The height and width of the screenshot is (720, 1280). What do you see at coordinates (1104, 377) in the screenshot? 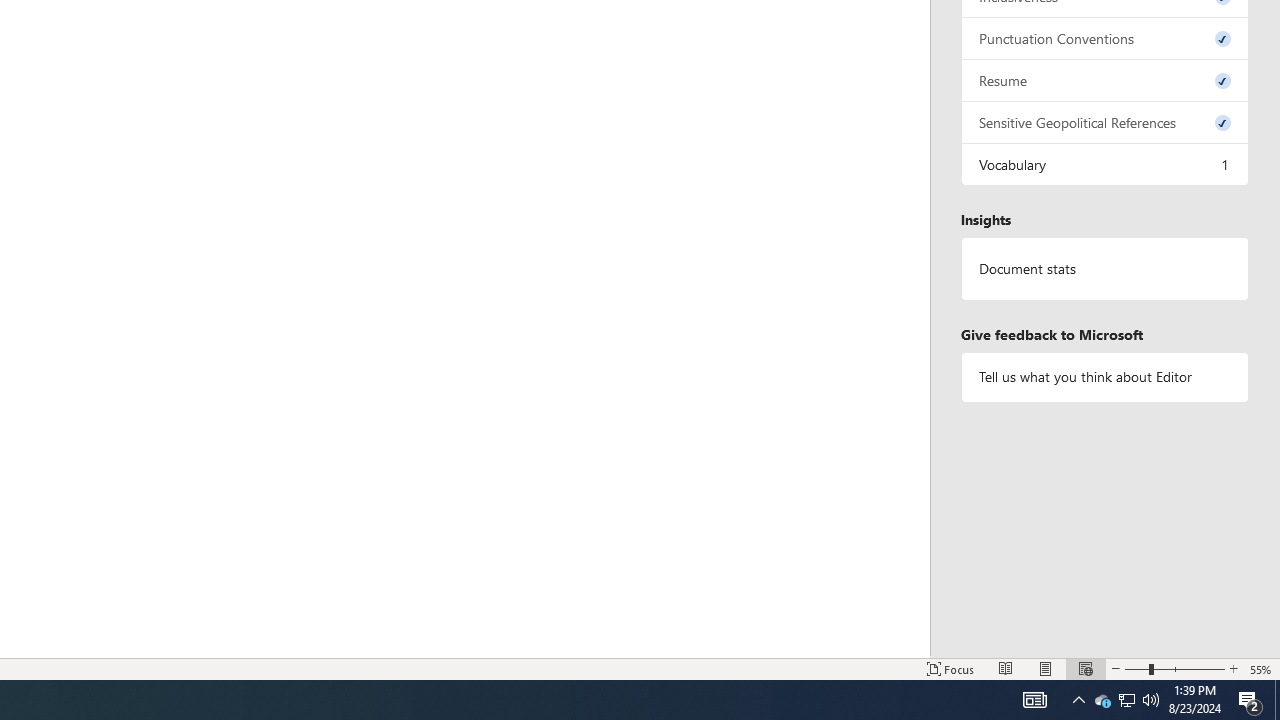
I see `'Tell us what you think about Editor'` at bounding box center [1104, 377].